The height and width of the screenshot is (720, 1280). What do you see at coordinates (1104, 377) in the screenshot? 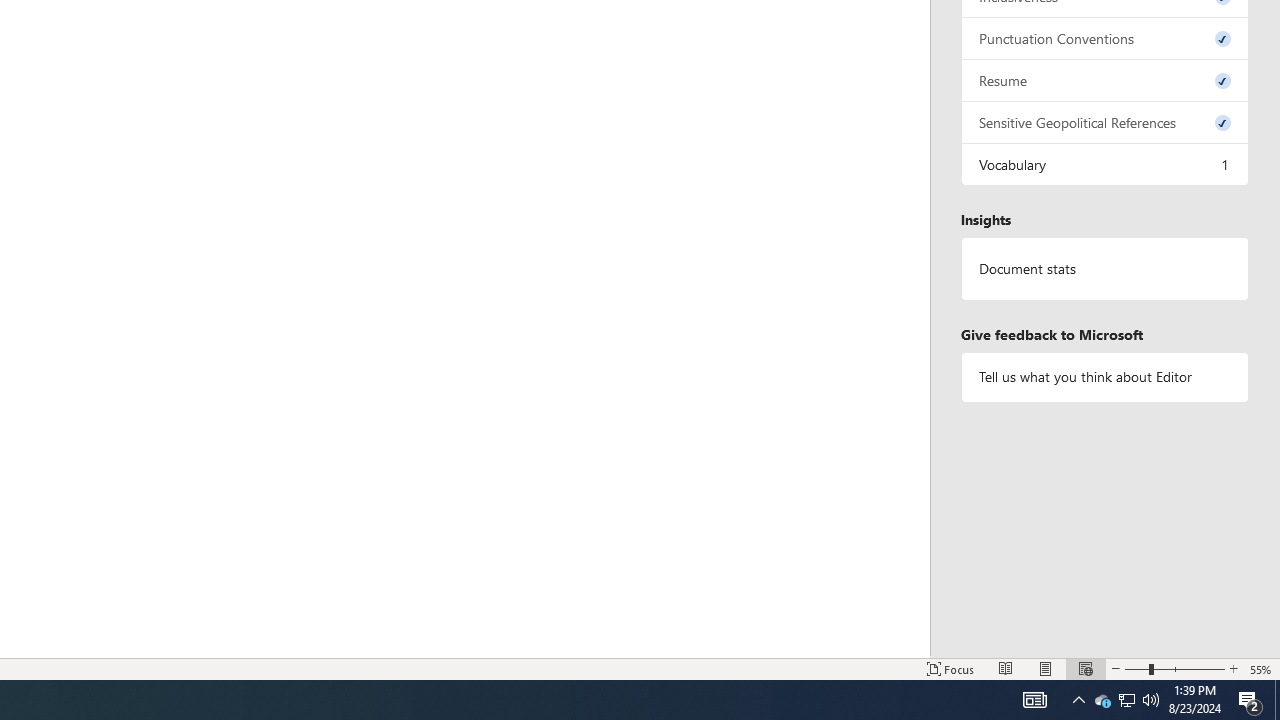
I see `'Tell us what you think about Editor'` at bounding box center [1104, 377].